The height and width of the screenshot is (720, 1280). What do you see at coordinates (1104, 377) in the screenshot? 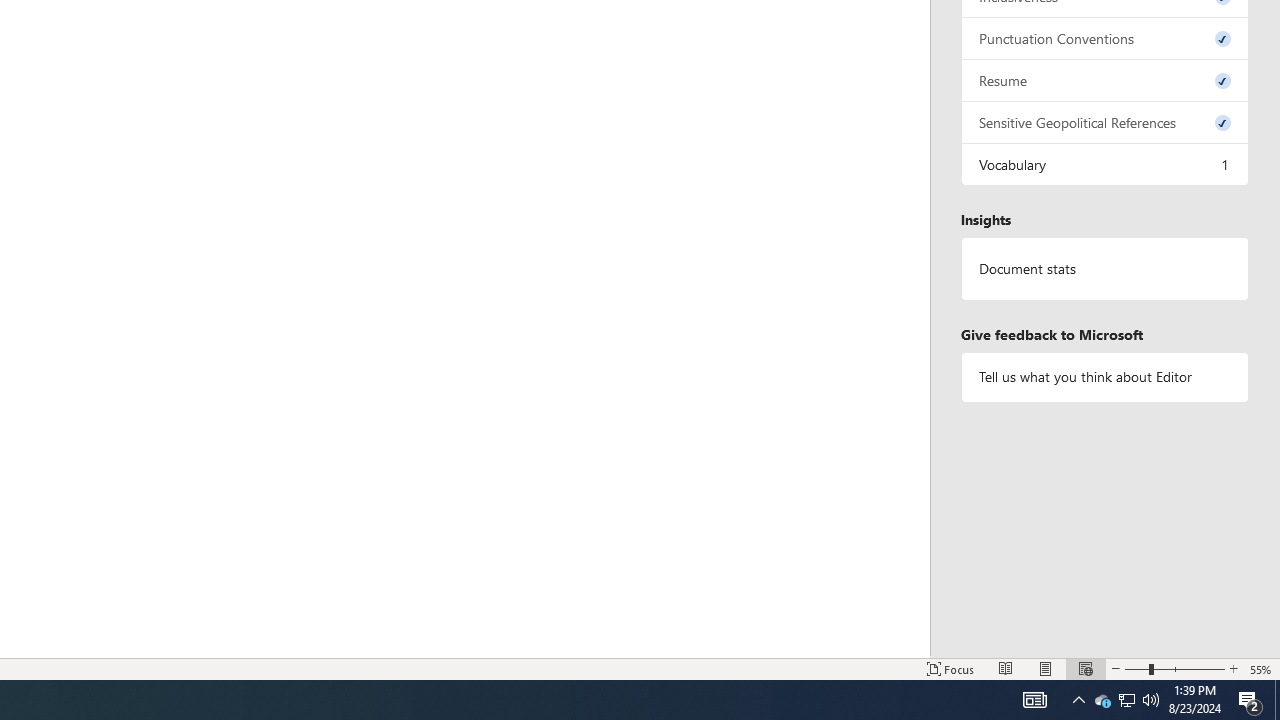
I see `'Tell us what you think about Editor'` at bounding box center [1104, 377].